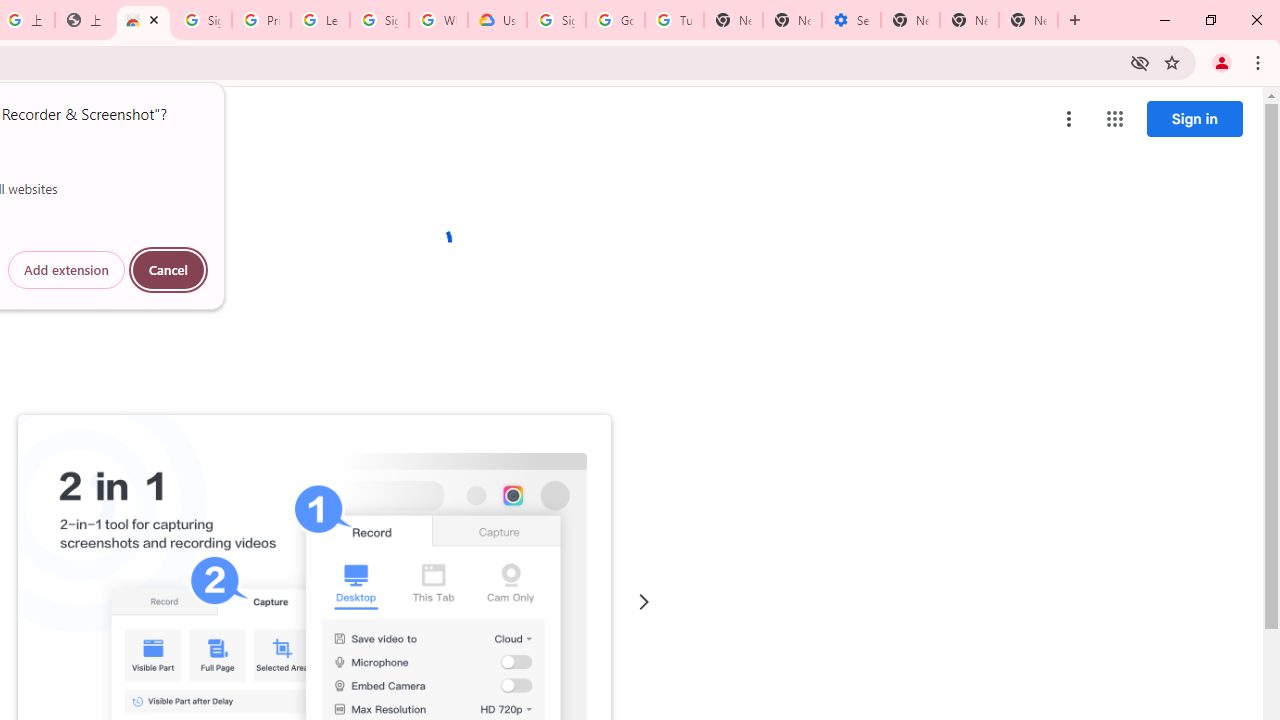  Describe the element at coordinates (1068, 119) in the screenshot. I see `'More options menu'` at that location.